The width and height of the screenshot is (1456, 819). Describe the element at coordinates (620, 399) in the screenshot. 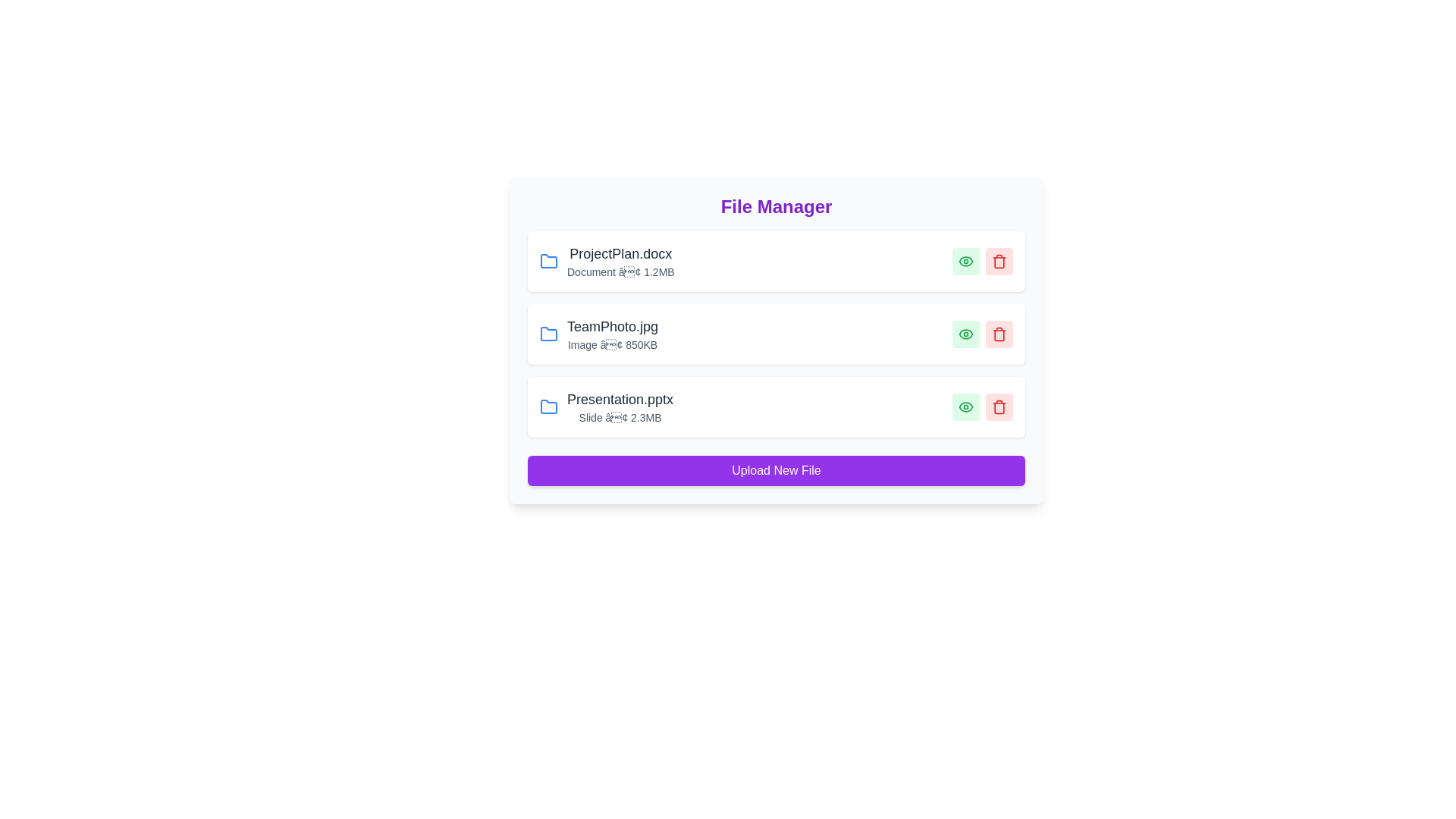

I see `the file name Presentation.pptx to edit or rename it` at that location.